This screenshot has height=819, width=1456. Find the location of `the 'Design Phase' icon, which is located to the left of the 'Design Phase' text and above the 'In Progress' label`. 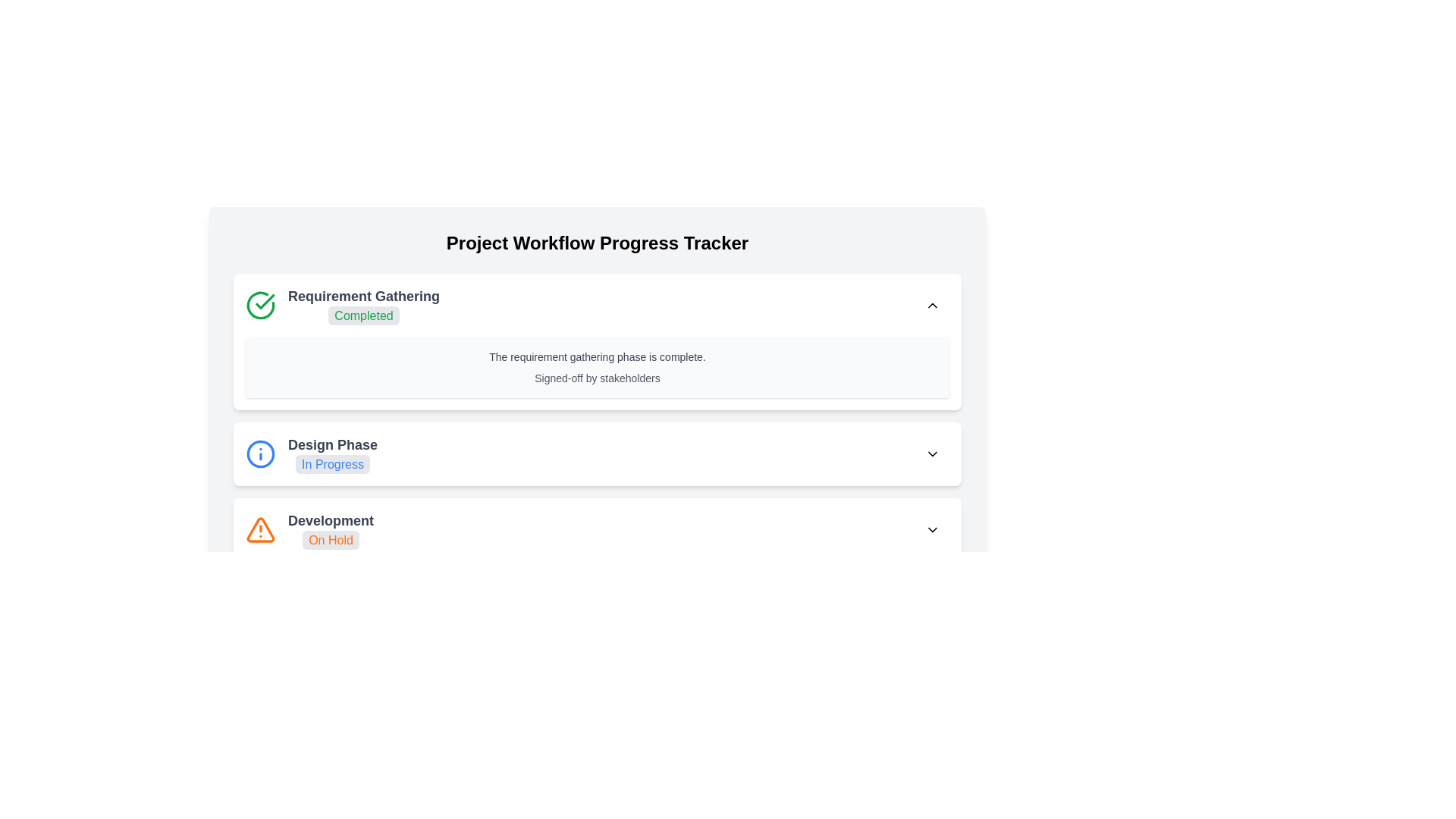

the 'Design Phase' icon, which is located to the left of the 'Design Phase' text and above the 'In Progress' label is located at coordinates (261, 453).